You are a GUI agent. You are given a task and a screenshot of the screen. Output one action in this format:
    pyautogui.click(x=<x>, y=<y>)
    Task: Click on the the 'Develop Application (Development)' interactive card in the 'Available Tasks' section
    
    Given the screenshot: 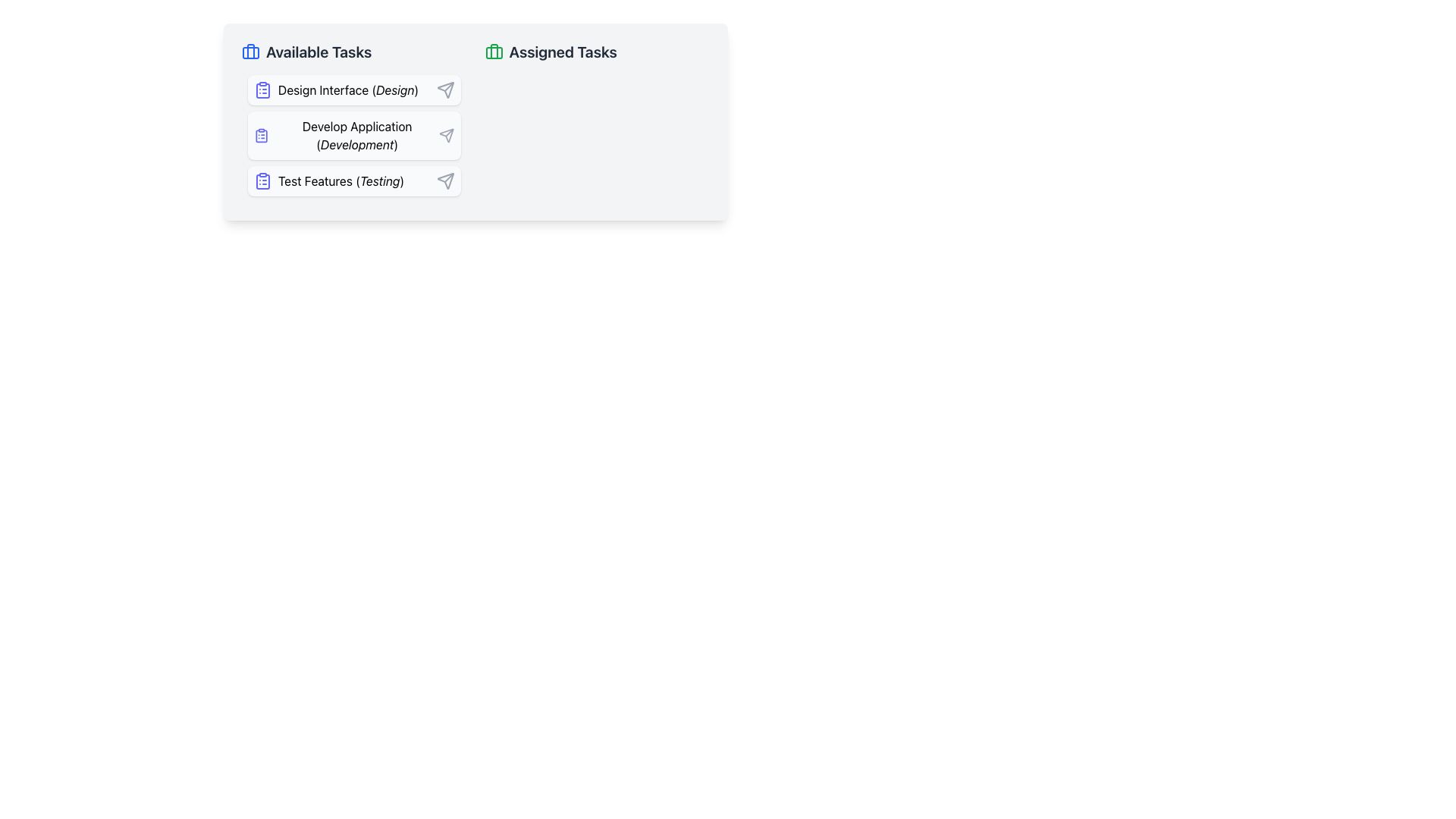 What is the action you would take?
    pyautogui.click(x=353, y=134)
    